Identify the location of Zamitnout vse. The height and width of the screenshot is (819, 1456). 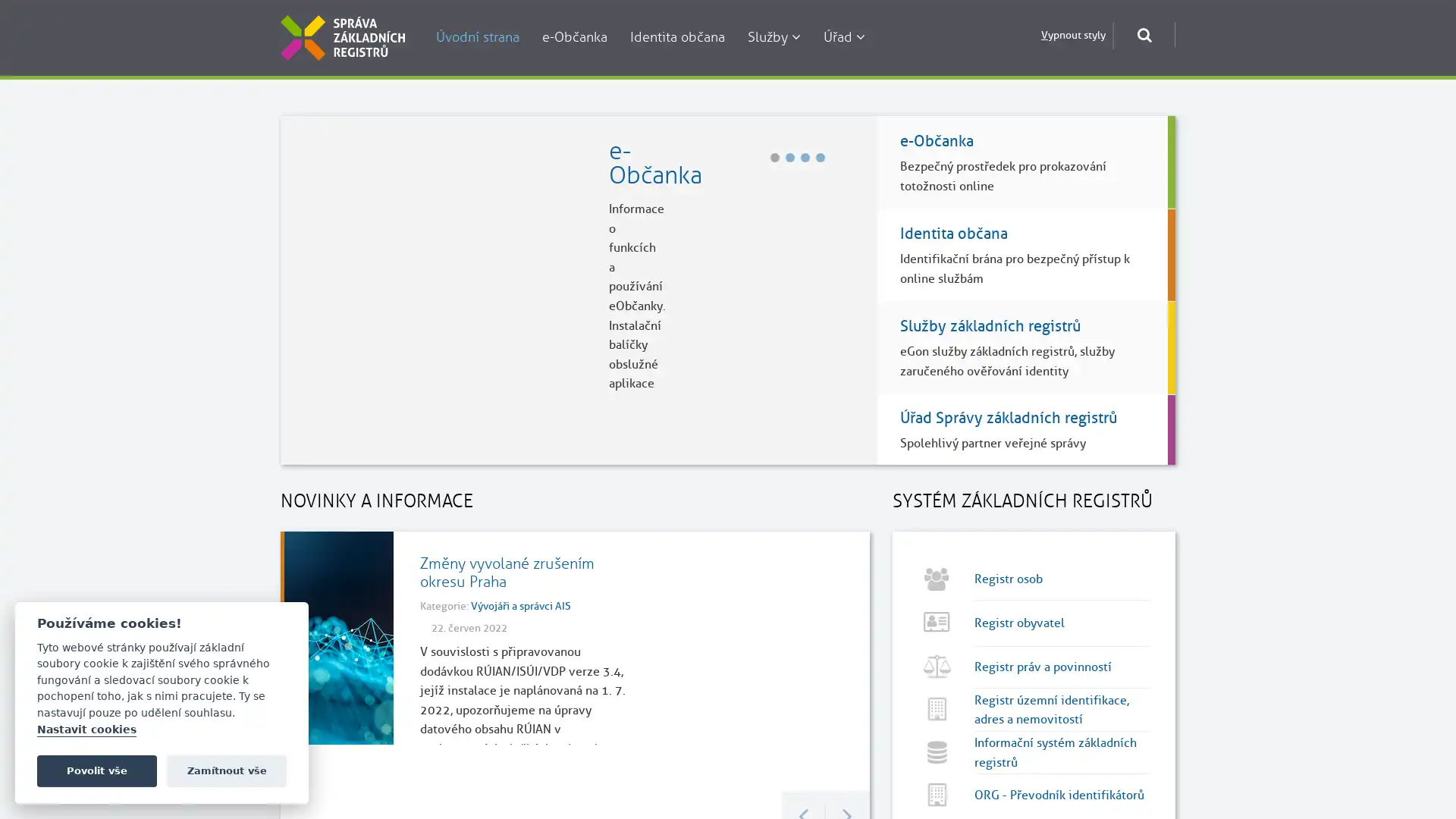
(225, 770).